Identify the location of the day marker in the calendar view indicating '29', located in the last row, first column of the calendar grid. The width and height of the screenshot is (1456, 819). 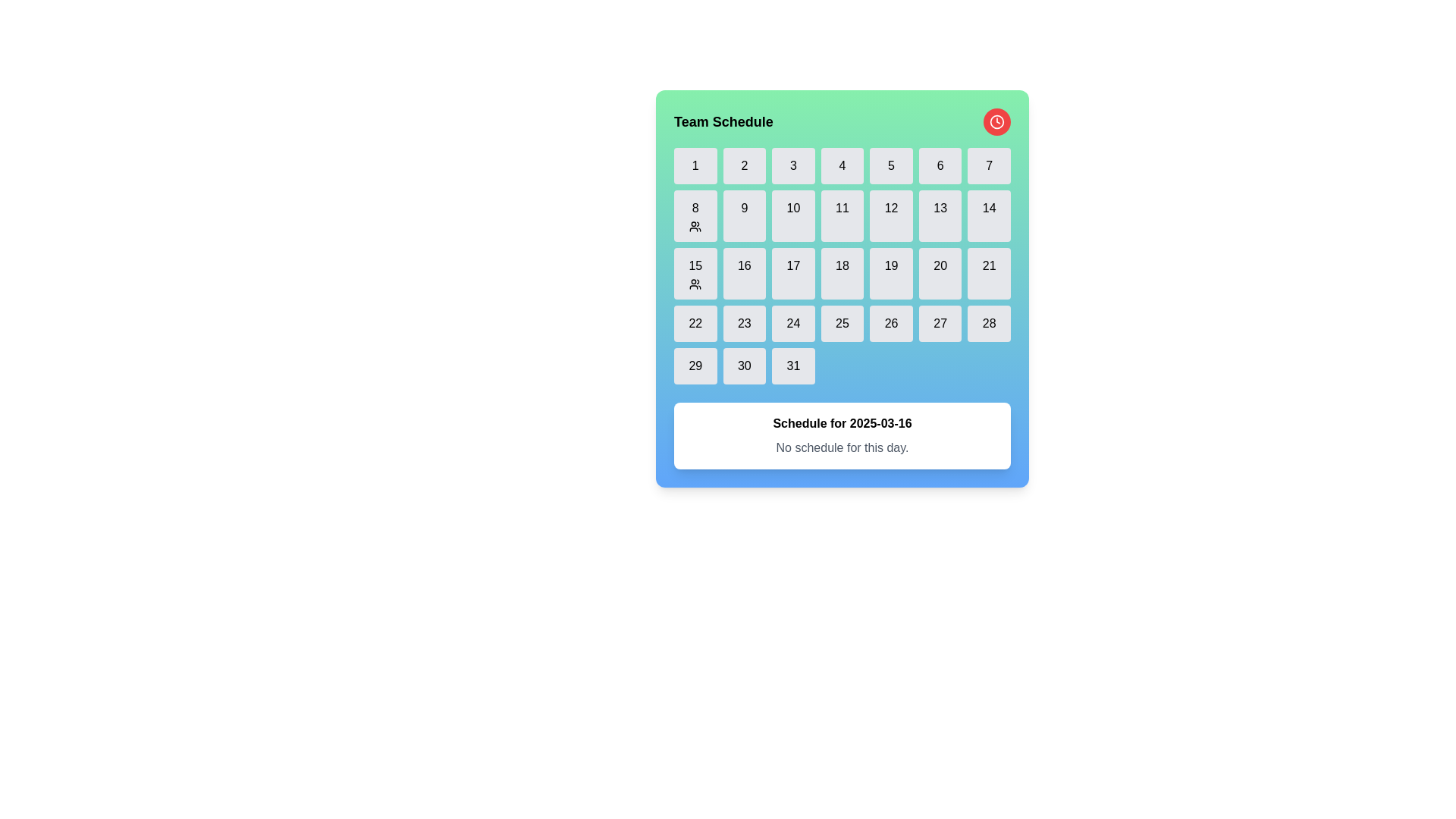
(695, 366).